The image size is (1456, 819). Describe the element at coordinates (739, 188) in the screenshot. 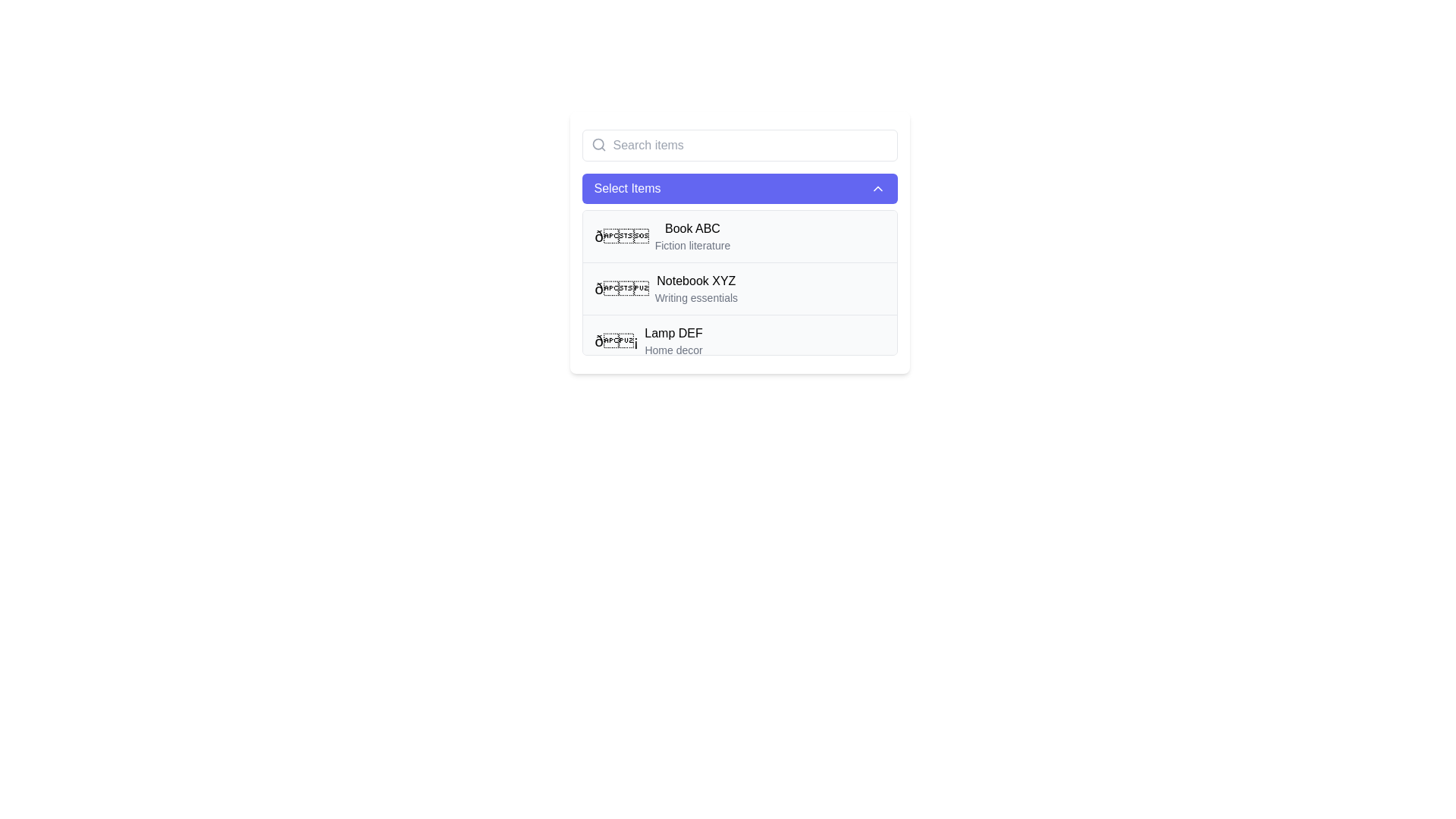

I see `the 'Select Items' button with an indigo blue background` at that location.